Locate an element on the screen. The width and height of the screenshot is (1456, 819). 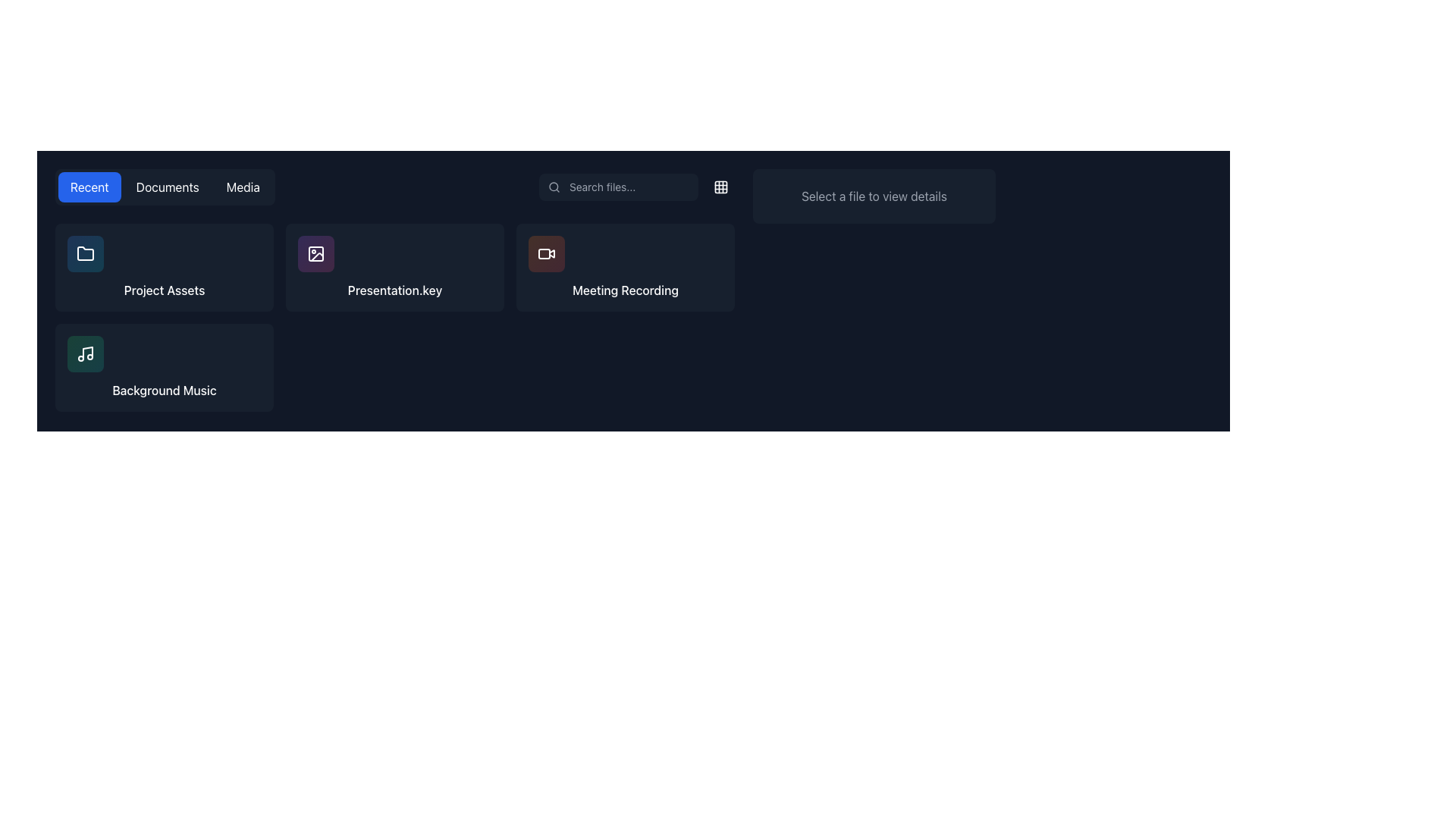
the instructional Static Text located on the top-right side of the interface, which guides the user to select a file is located at coordinates (874, 195).